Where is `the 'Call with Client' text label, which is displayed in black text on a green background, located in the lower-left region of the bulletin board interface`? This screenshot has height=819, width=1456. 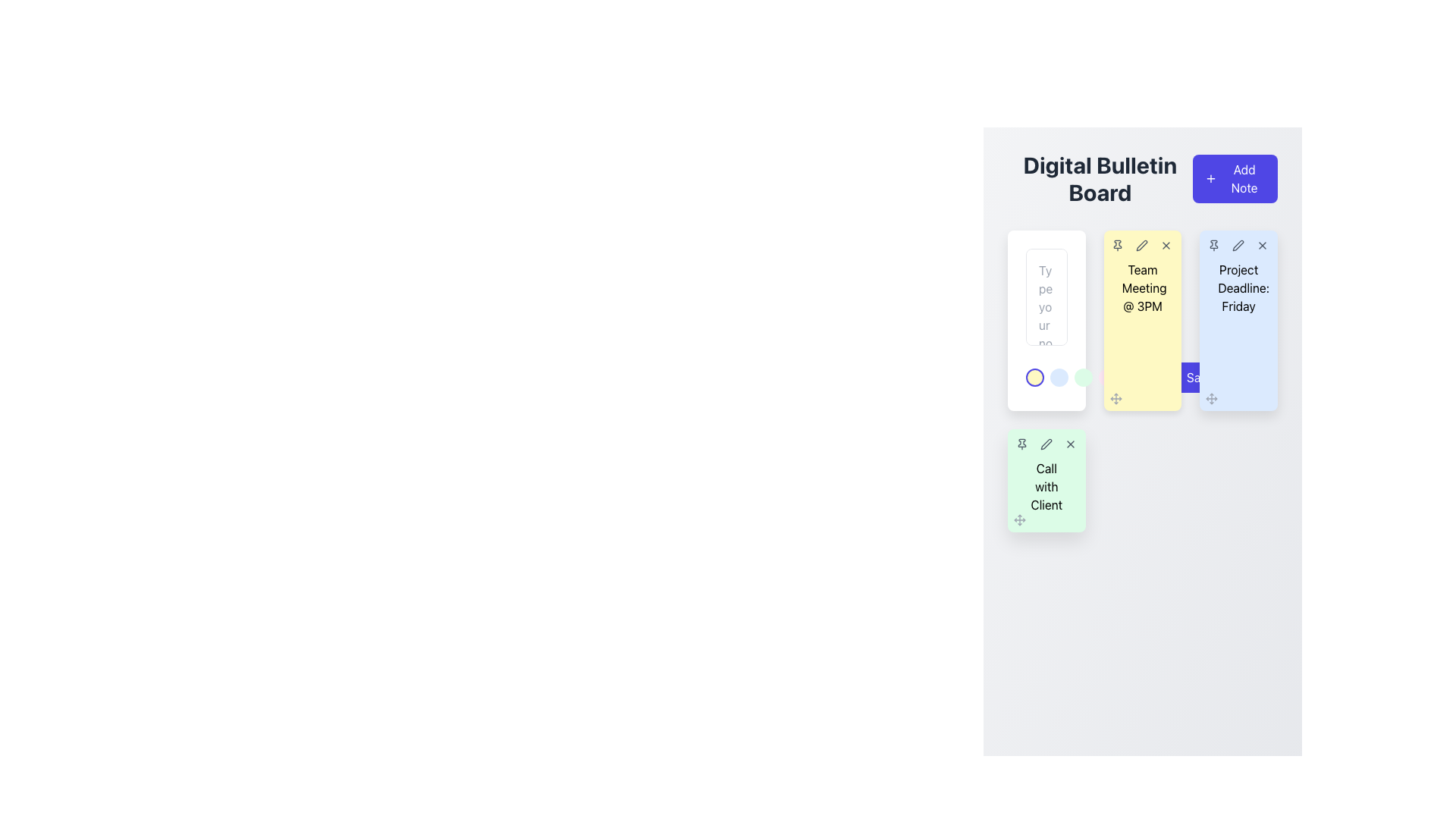
the 'Call with Client' text label, which is displayed in black text on a green background, located in the lower-left region of the bulletin board interface is located at coordinates (1046, 486).